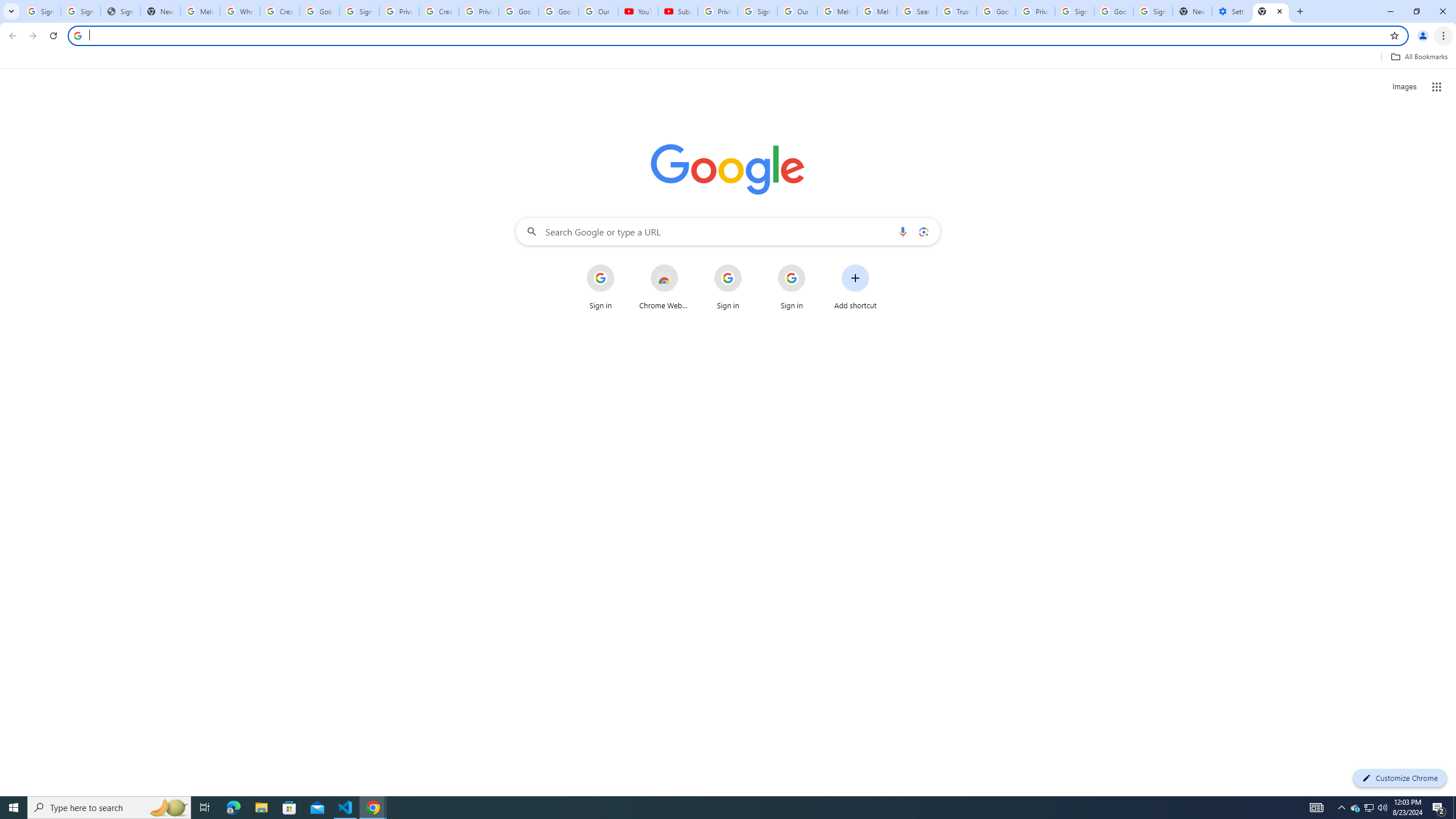 The height and width of the screenshot is (819, 1456). I want to click on 'Trusted Information and Content - Google Safety Center', so click(955, 11).